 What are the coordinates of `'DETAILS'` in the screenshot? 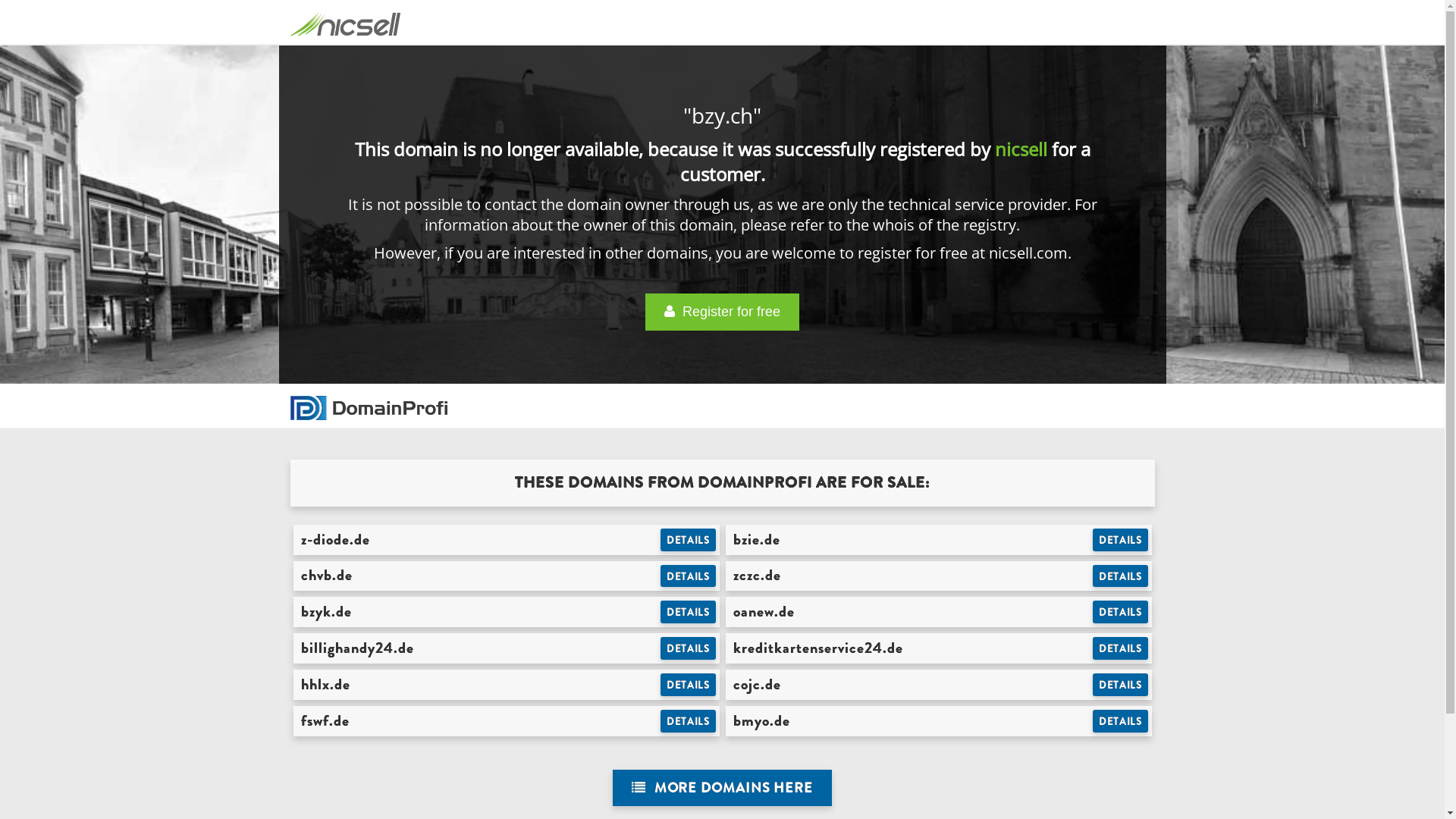 It's located at (660, 684).